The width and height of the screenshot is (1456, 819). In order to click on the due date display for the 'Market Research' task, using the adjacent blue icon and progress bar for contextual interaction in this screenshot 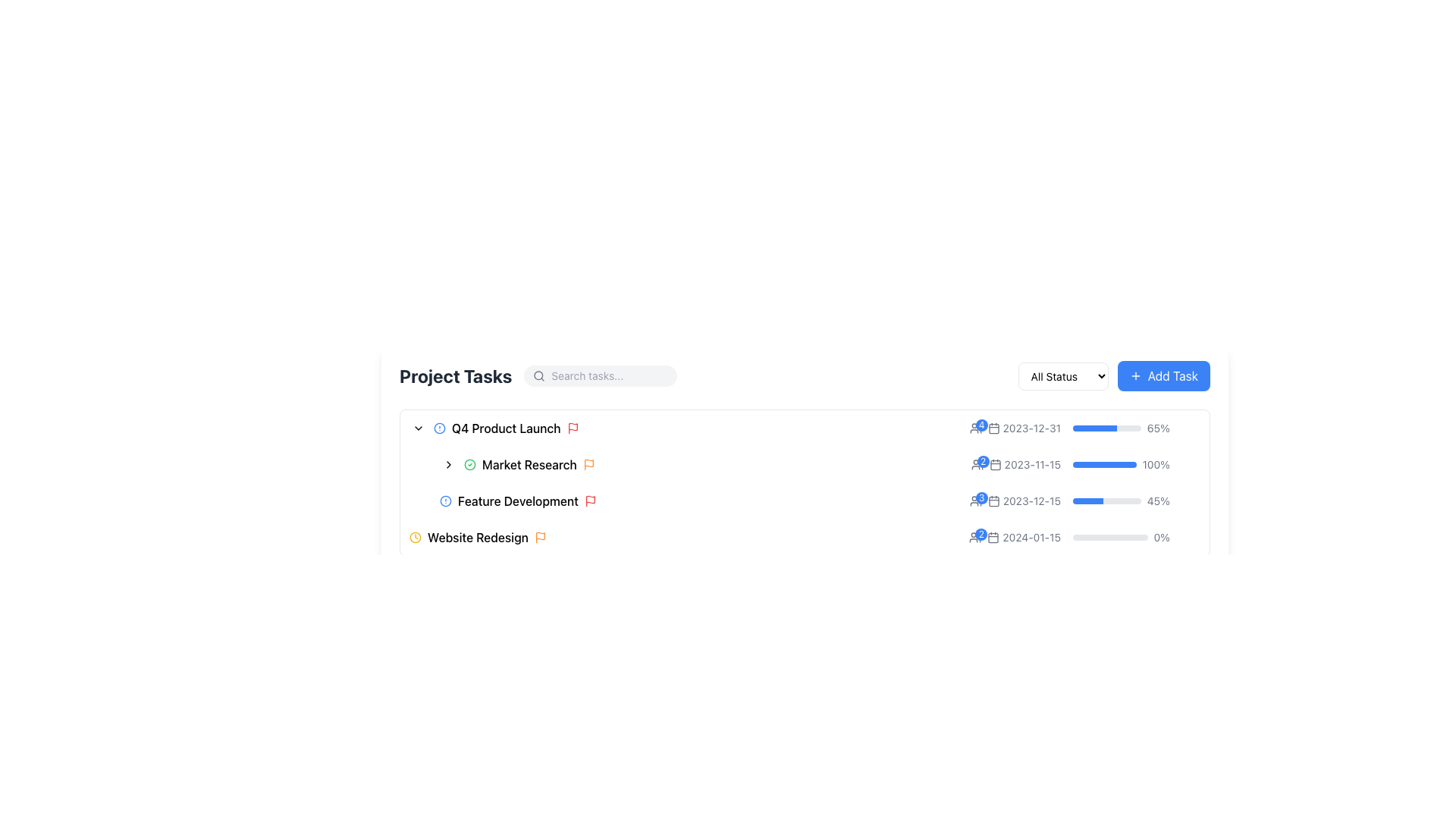, I will do `click(1015, 464)`.